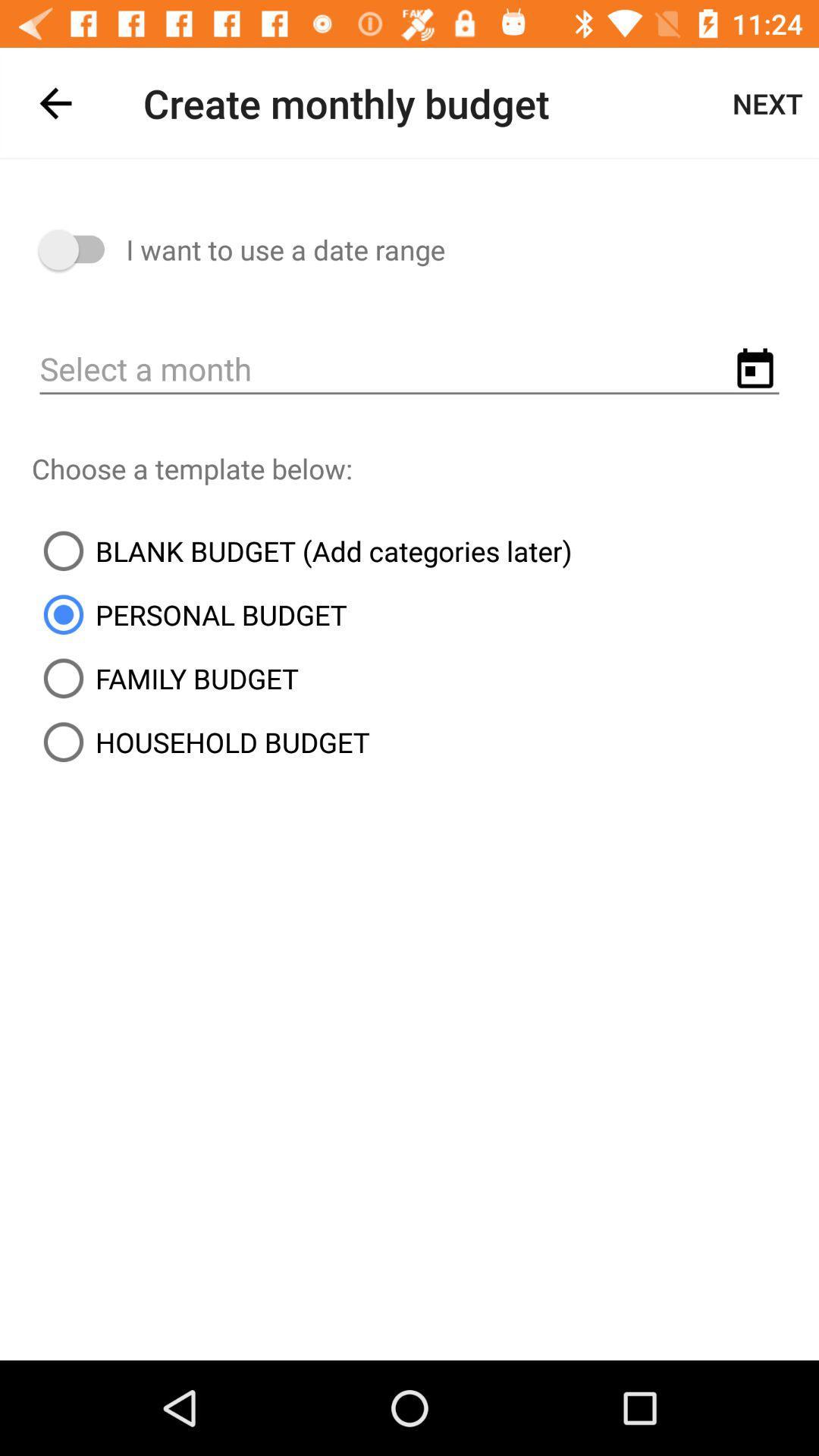 This screenshot has height=1456, width=819. What do you see at coordinates (199, 742) in the screenshot?
I see `the household budget` at bounding box center [199, 742].